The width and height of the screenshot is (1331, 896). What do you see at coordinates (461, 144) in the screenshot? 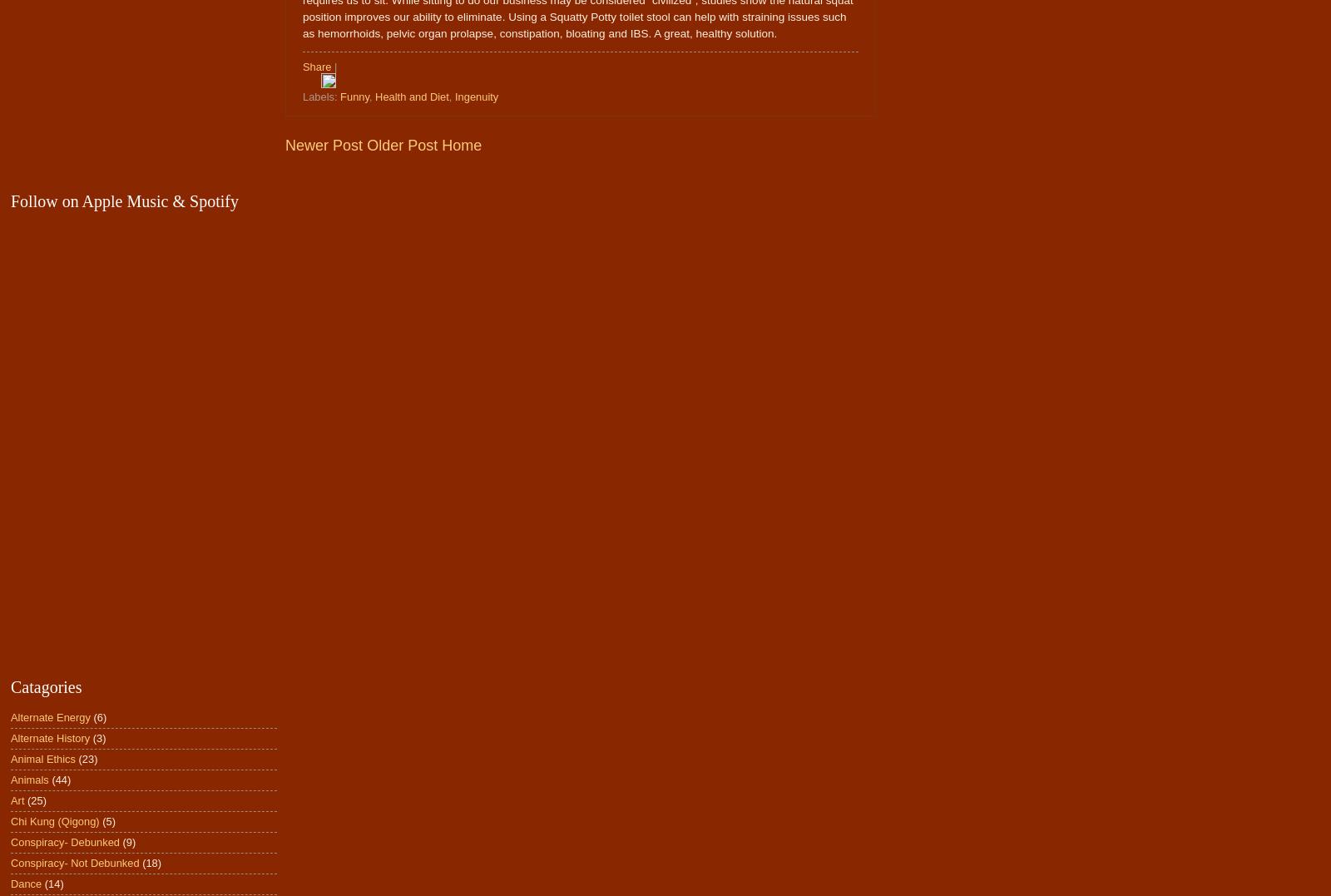
I see `'Home'` at bounding box center [461, 144].